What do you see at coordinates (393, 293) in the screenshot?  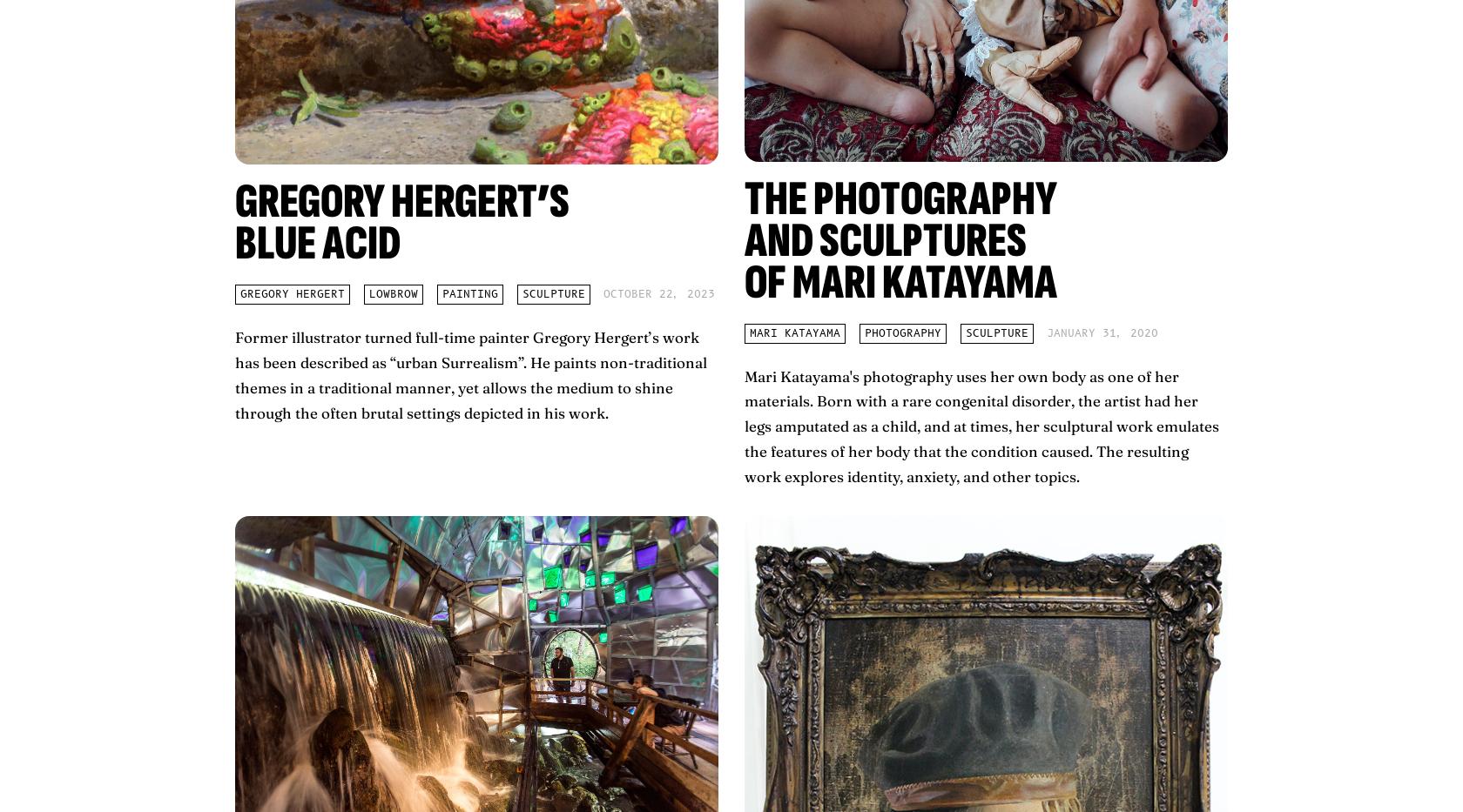 I see `'lowbrow'` at bounding box center [393, 293].